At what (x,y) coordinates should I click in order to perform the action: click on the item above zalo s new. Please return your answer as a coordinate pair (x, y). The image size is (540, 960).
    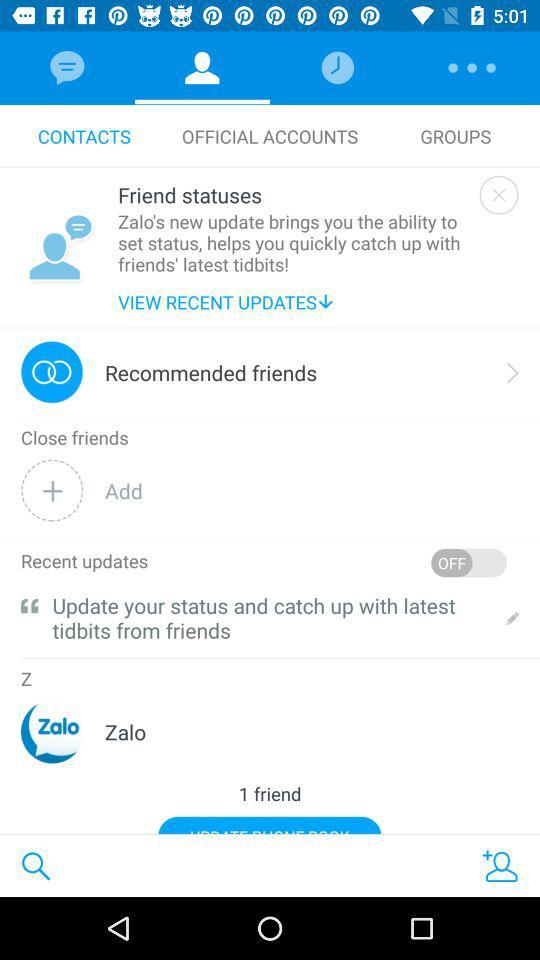
    Looking at the image, I should click on (293, 194).